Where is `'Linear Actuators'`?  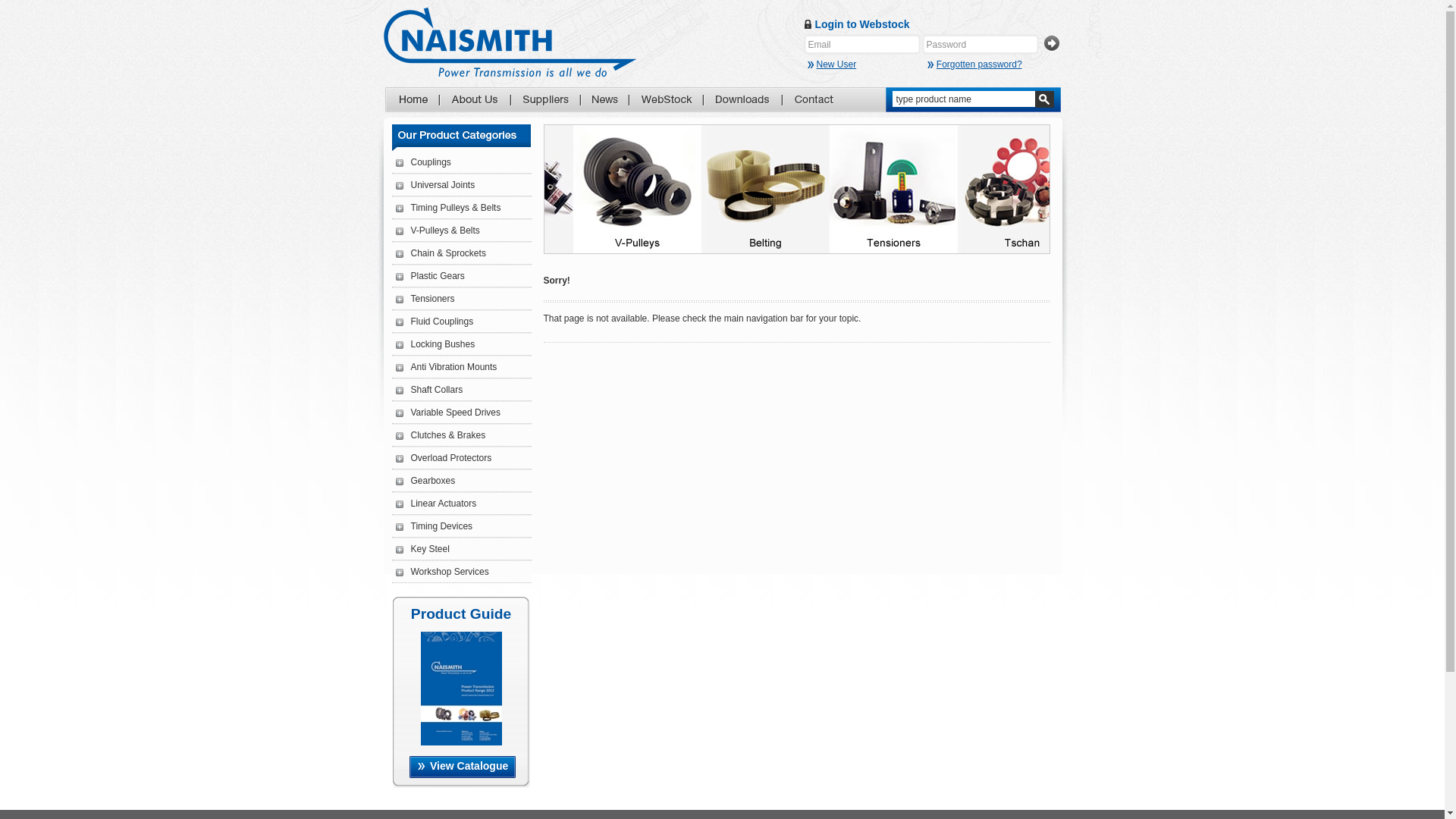
'Linear Actuators' is located at coordinates (435, 503).